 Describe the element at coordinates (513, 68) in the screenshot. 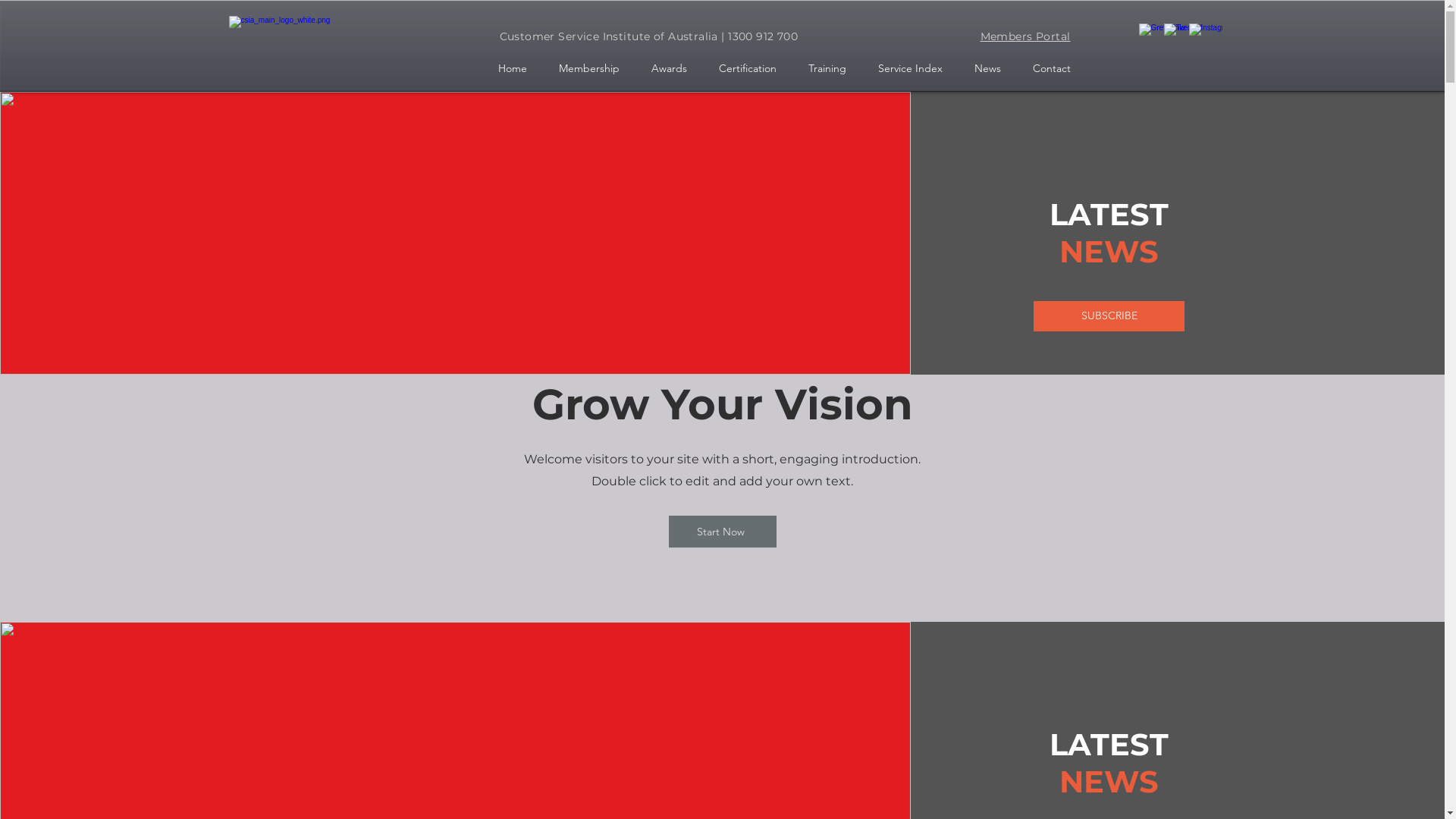

I see `'Home'` at that location.